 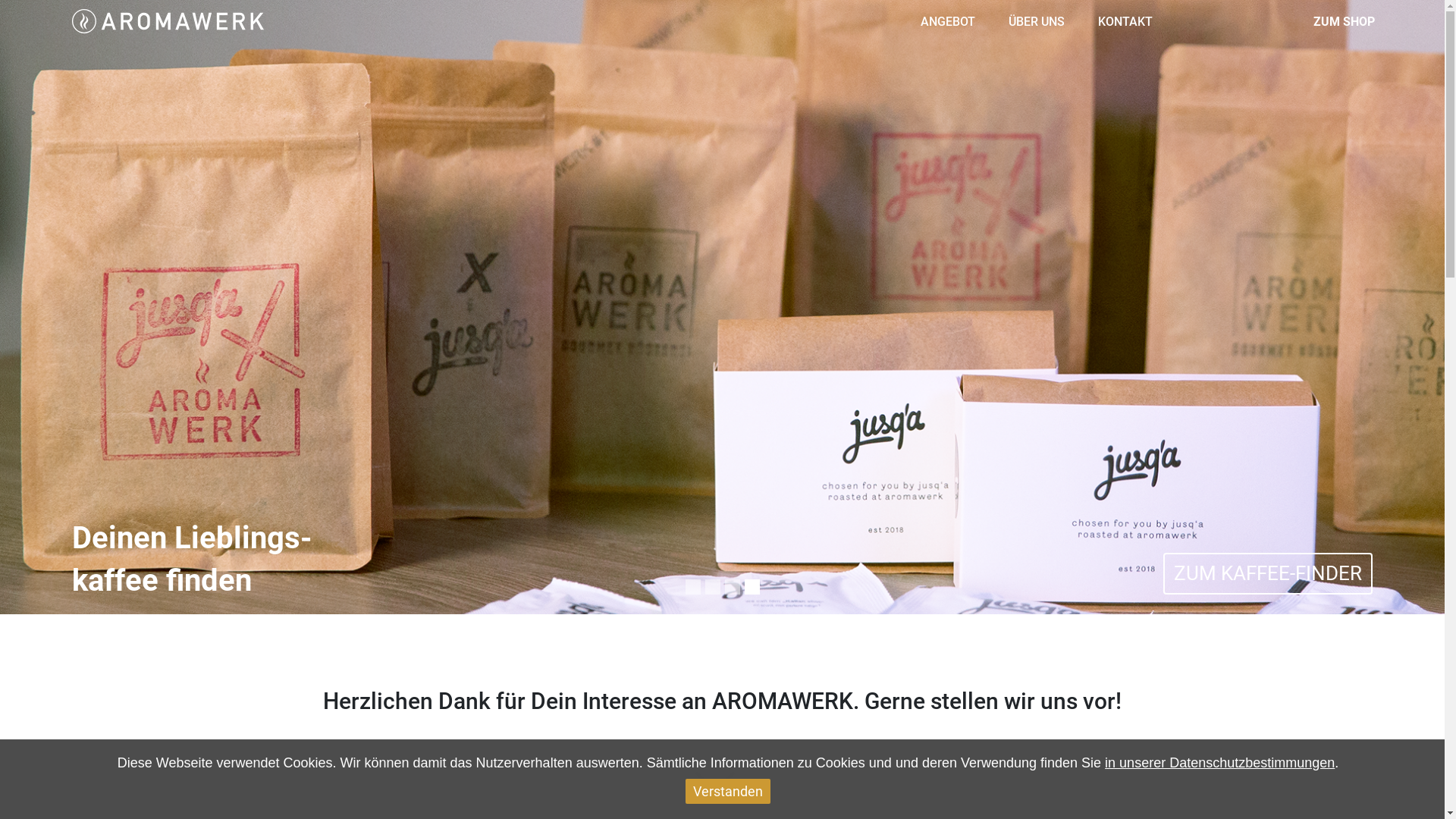 I want to click on 'in unserer Datenschutzbestimmungen', so click(x=1219, y=763).